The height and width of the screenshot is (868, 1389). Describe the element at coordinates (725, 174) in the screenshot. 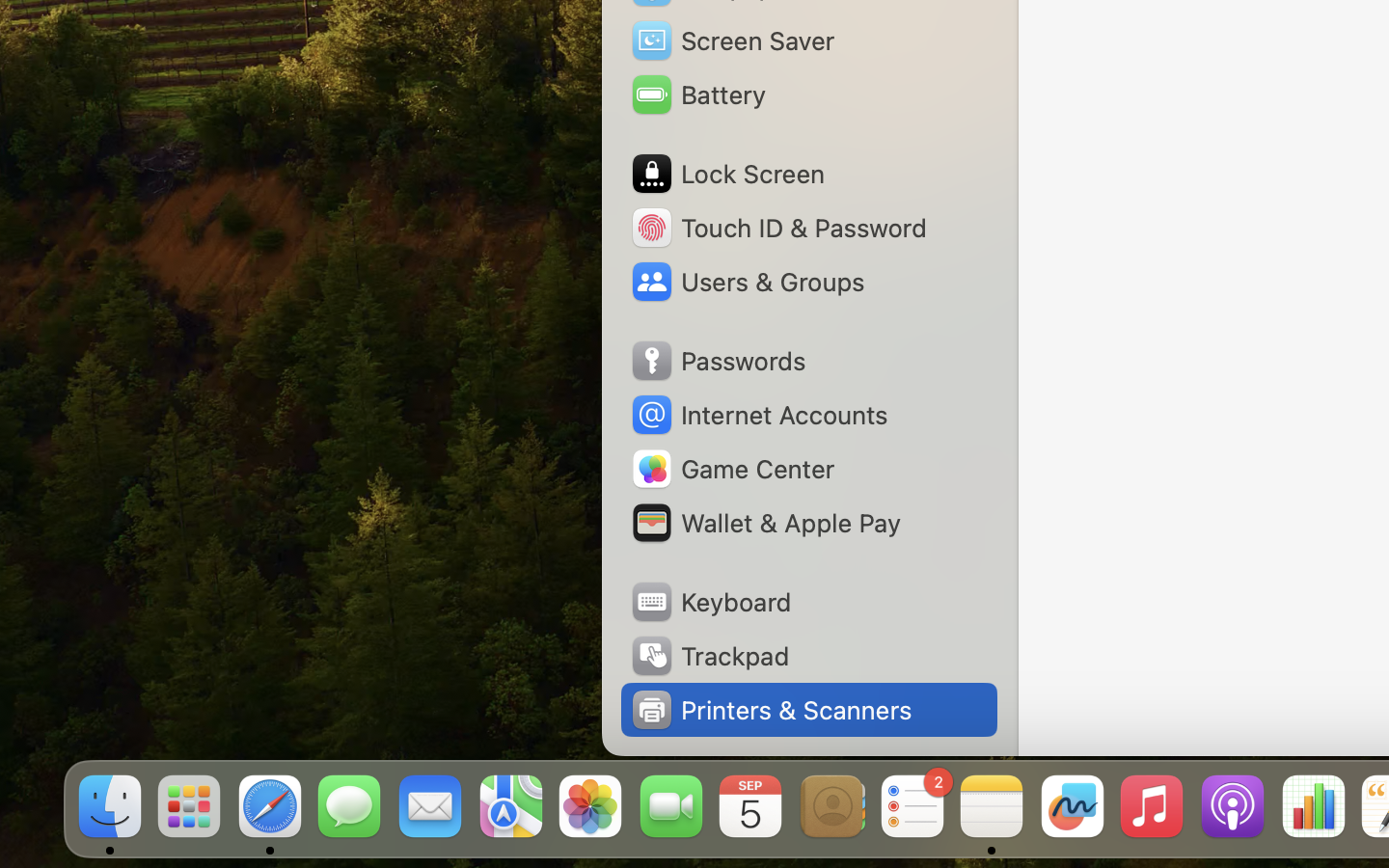

I see `'Lock Screen'` at that location.